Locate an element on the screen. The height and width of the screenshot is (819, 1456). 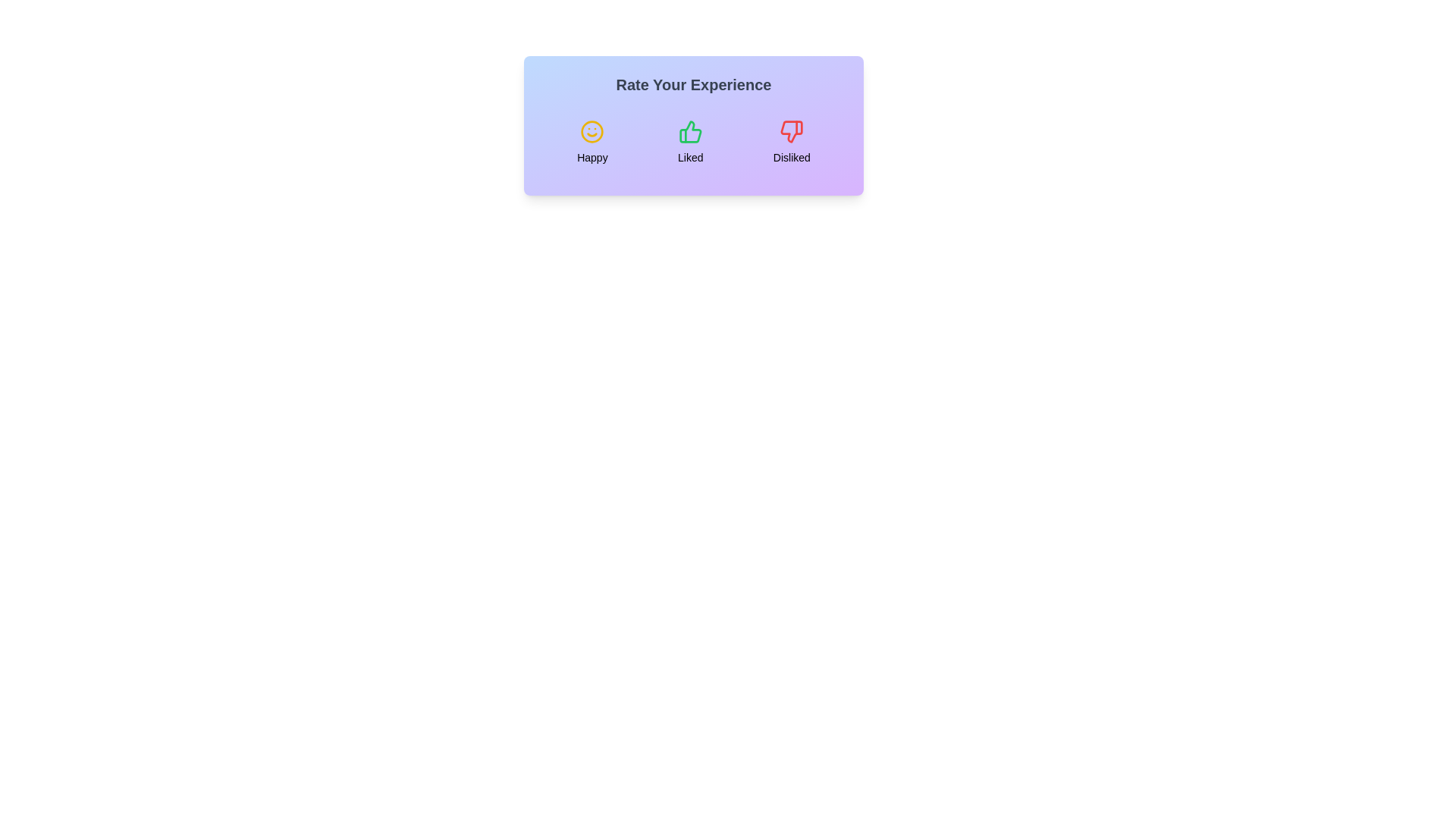
the 'Liked' button, which features a green thumbs-up icon above the text 'Liked', to register a 'liked' response is located at coordinates (689, 143).